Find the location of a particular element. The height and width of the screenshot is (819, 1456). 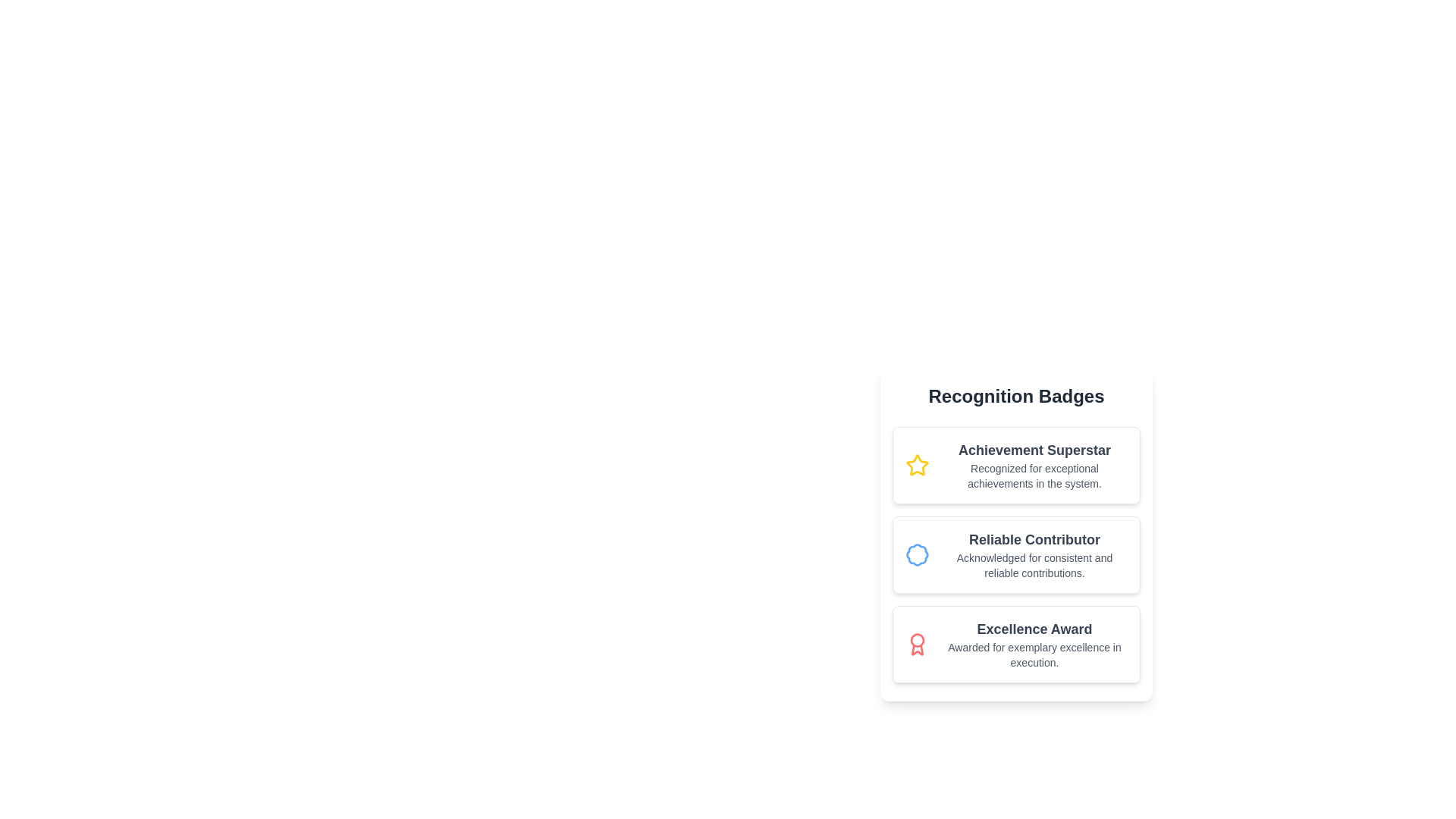

the 'Achievement Superstar' badge icon, which visually represents an achievement or recognition symbol located in the 'Recognition Badges' panel is located at coordinates (923, 464).